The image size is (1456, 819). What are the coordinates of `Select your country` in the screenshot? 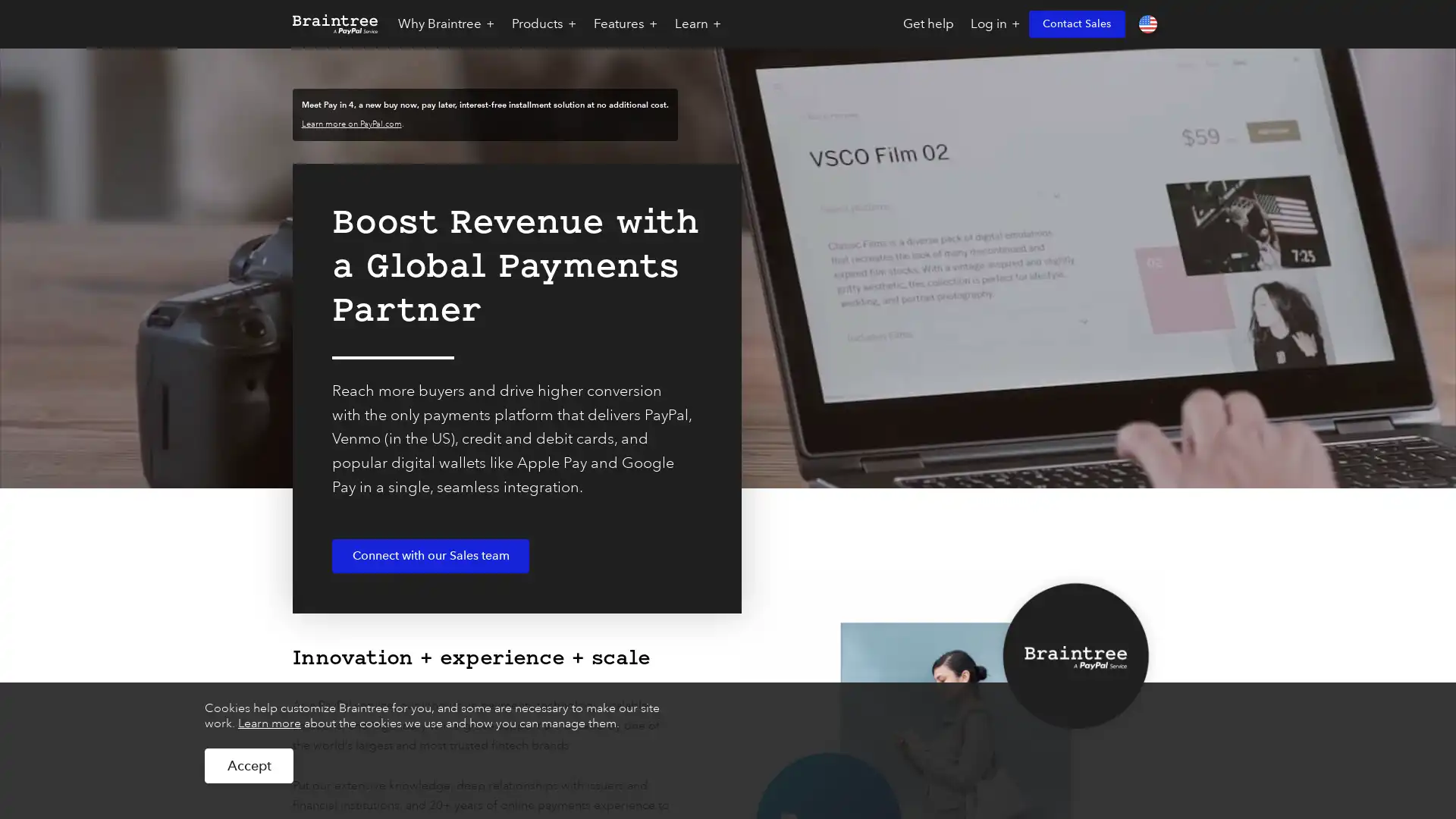 It's located at (1147, 24).